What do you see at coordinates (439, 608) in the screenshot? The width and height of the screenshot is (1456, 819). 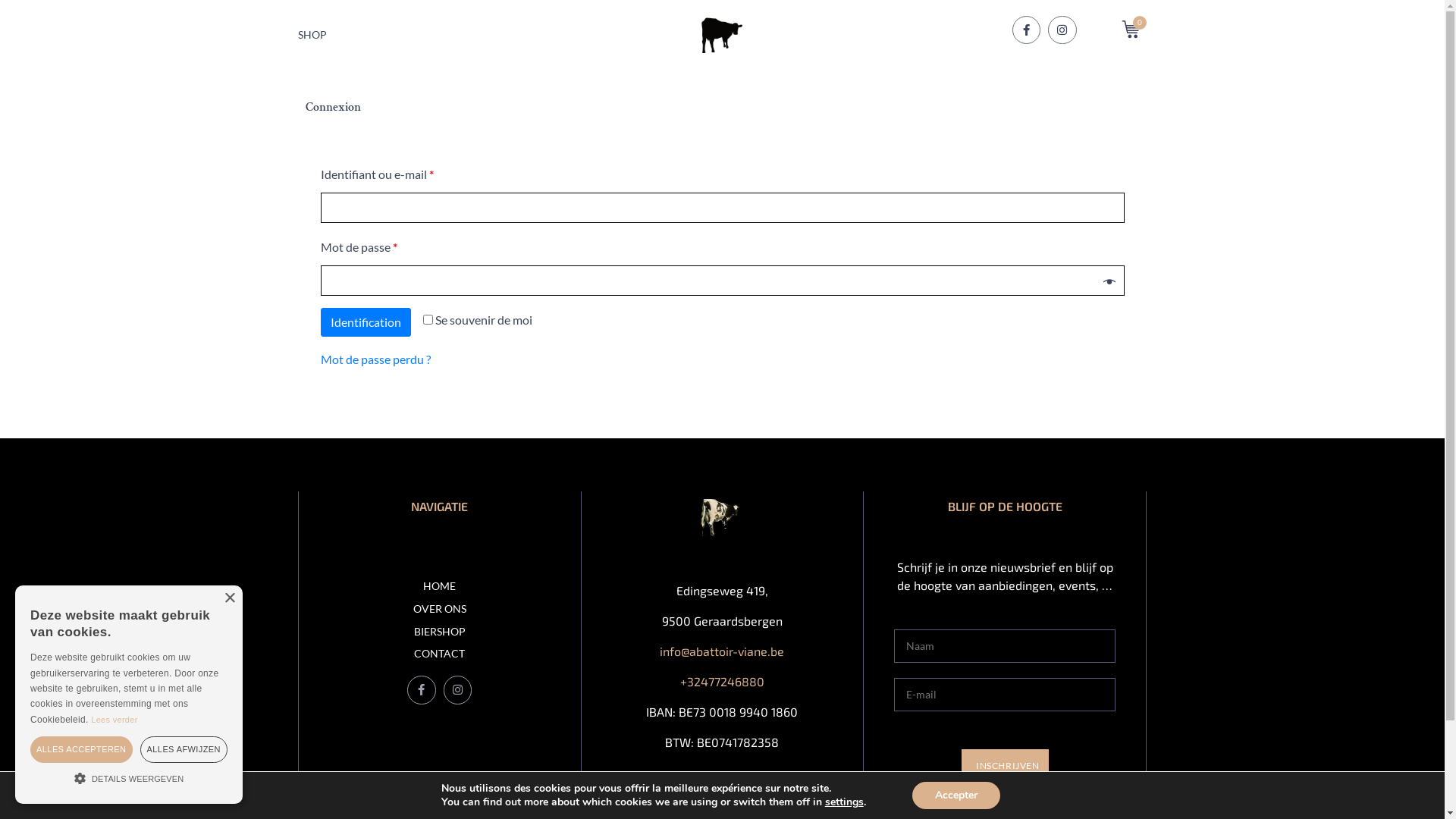 I see `'OVER ONS'` at bounding box center [439, 608].